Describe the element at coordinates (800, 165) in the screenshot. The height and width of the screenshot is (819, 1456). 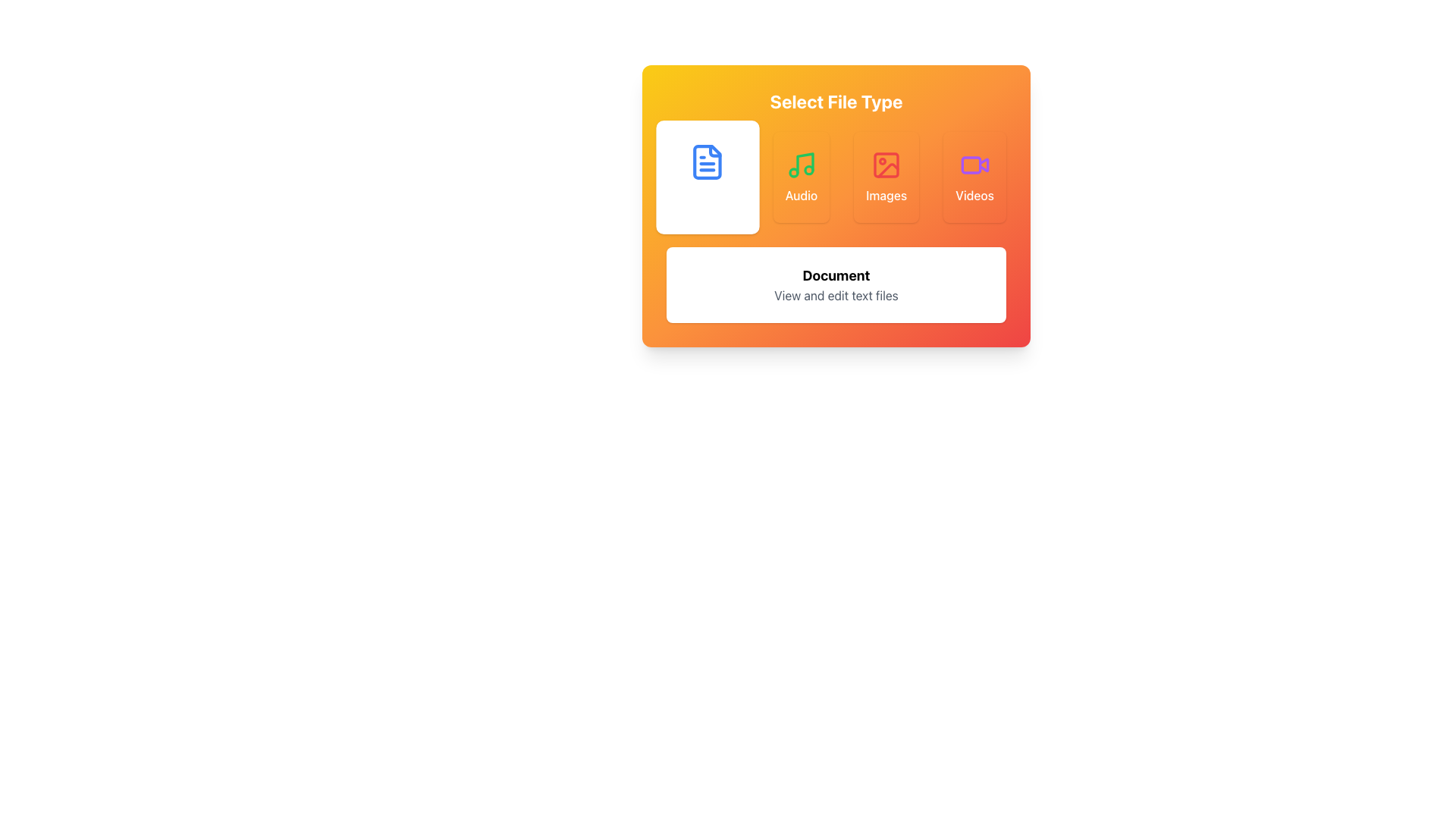
I see `the 'Audio' icon in the selection panel, which is visually represented as an SVG image located to the right of the first option and to the left of the Images option` at that location.